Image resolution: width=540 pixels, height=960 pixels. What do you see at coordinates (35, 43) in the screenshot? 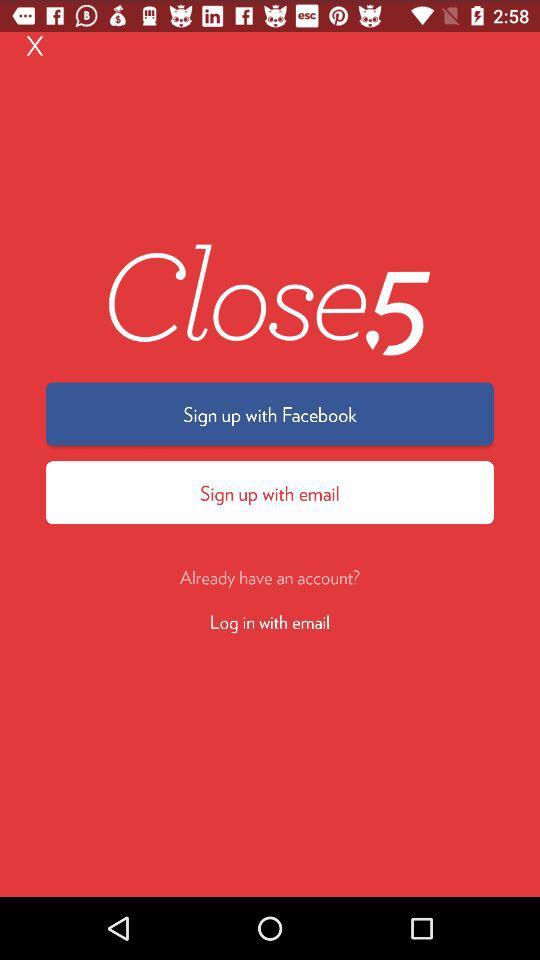
I see `the x at the top left corner` at bounding box center [35, 43].